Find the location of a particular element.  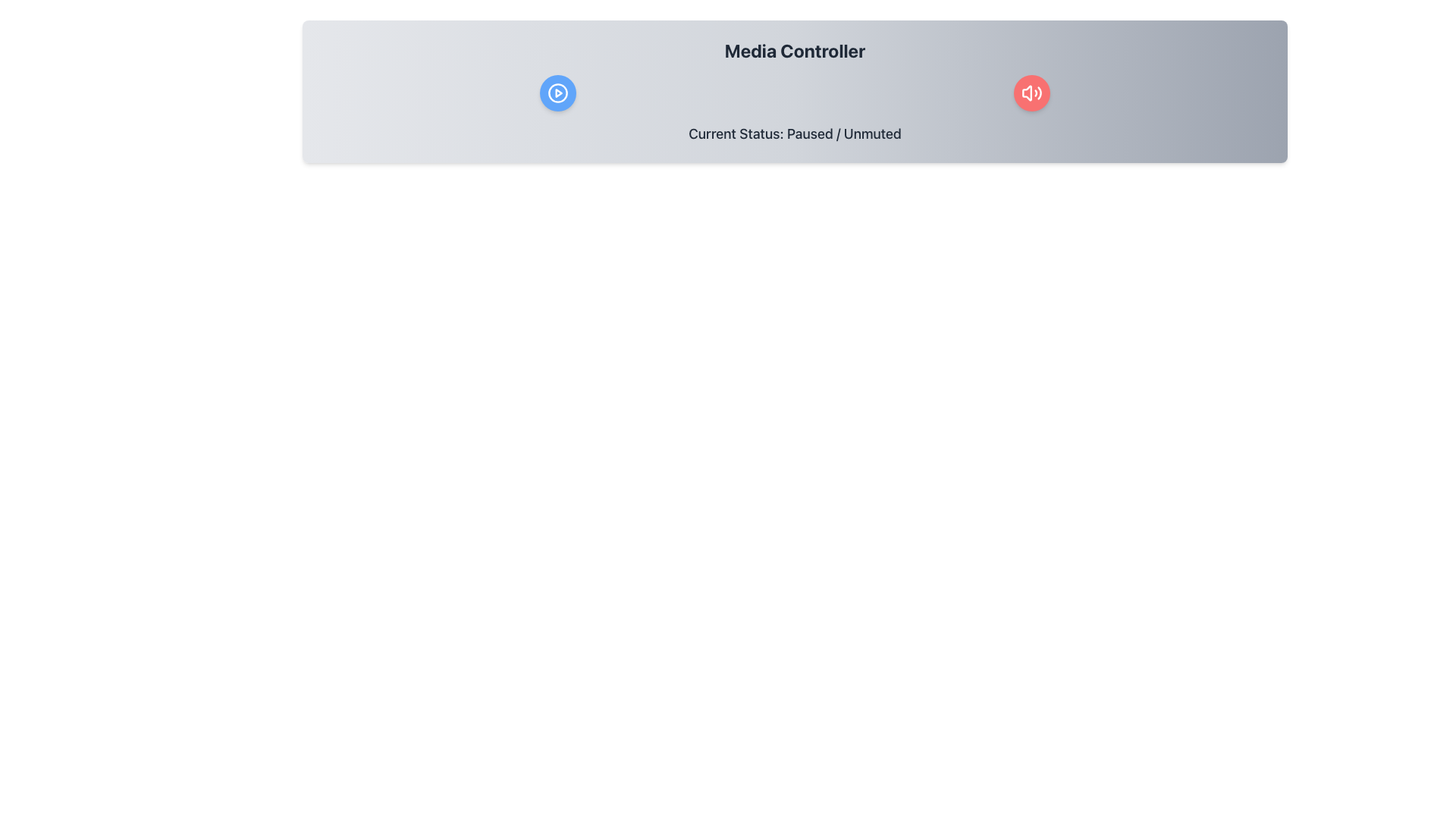

the play icon located at the center of the blue circular button on the left side of the 'Media Controller' bar is located at coordinates (557, 93).